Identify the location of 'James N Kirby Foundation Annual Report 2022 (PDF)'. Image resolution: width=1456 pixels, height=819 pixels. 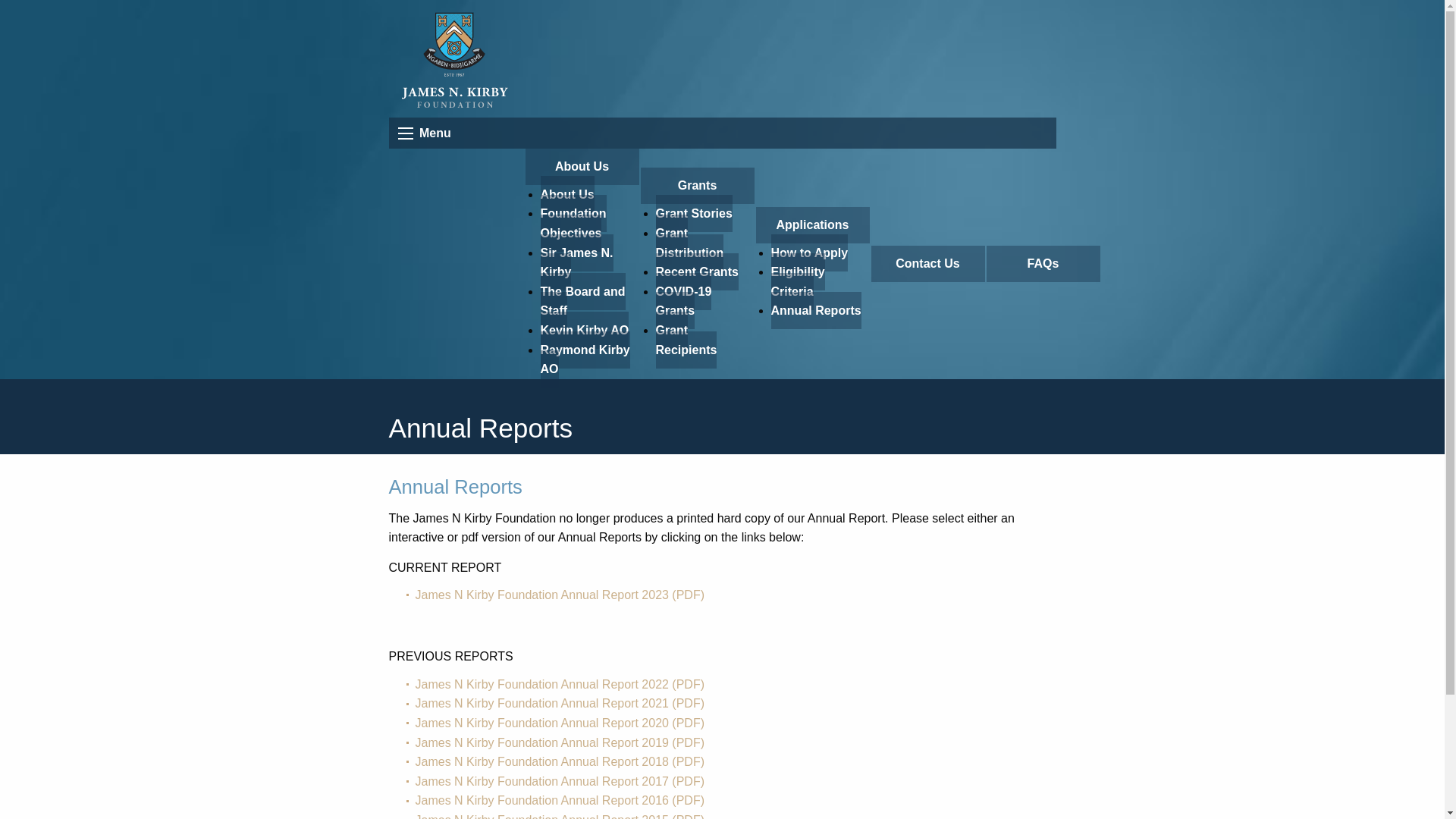
(560, 684).